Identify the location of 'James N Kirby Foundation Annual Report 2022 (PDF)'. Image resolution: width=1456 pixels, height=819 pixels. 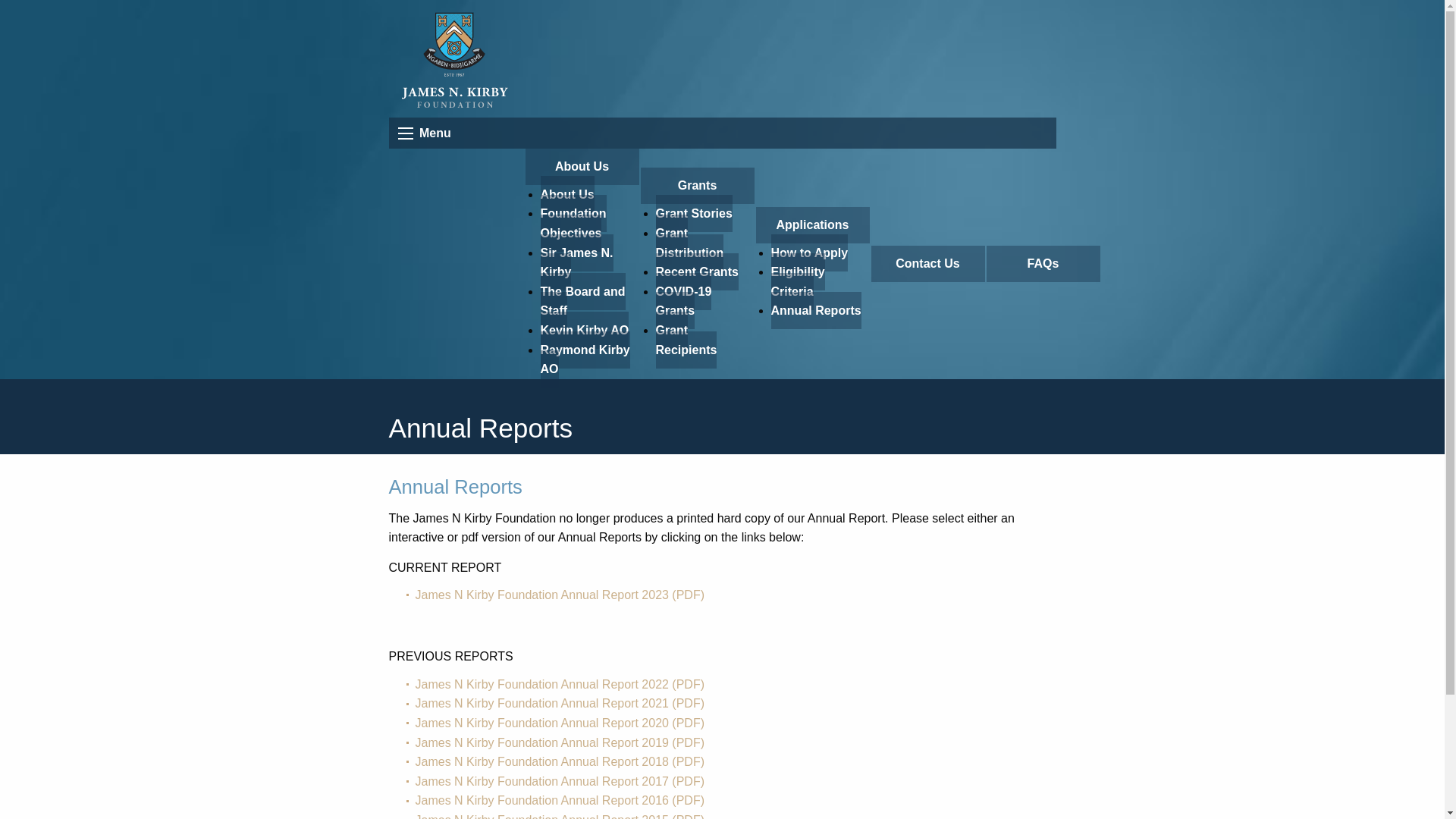
(560, 684).